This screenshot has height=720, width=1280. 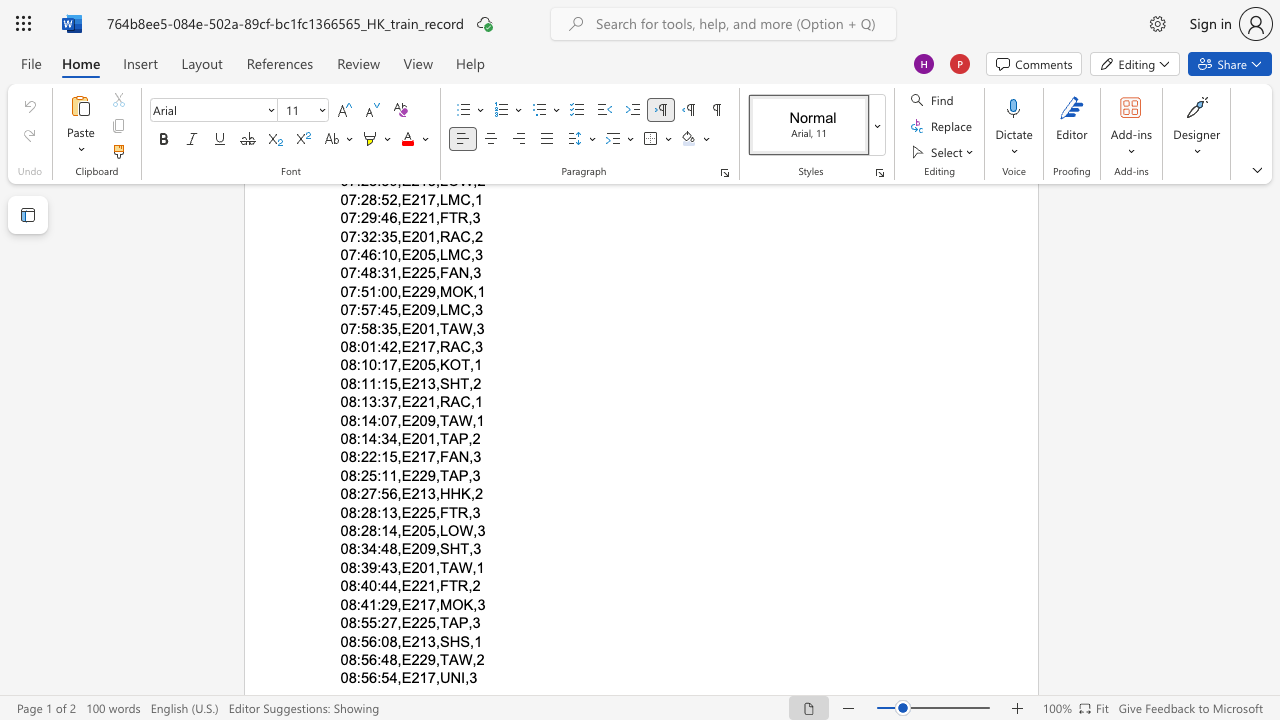 What do you see at coordinates (377, 494) in the screenshot?
I see `the subset text ":56,E213," within the text "08:27:56,E213,HHK,2"` at bounding box center [377, 494].